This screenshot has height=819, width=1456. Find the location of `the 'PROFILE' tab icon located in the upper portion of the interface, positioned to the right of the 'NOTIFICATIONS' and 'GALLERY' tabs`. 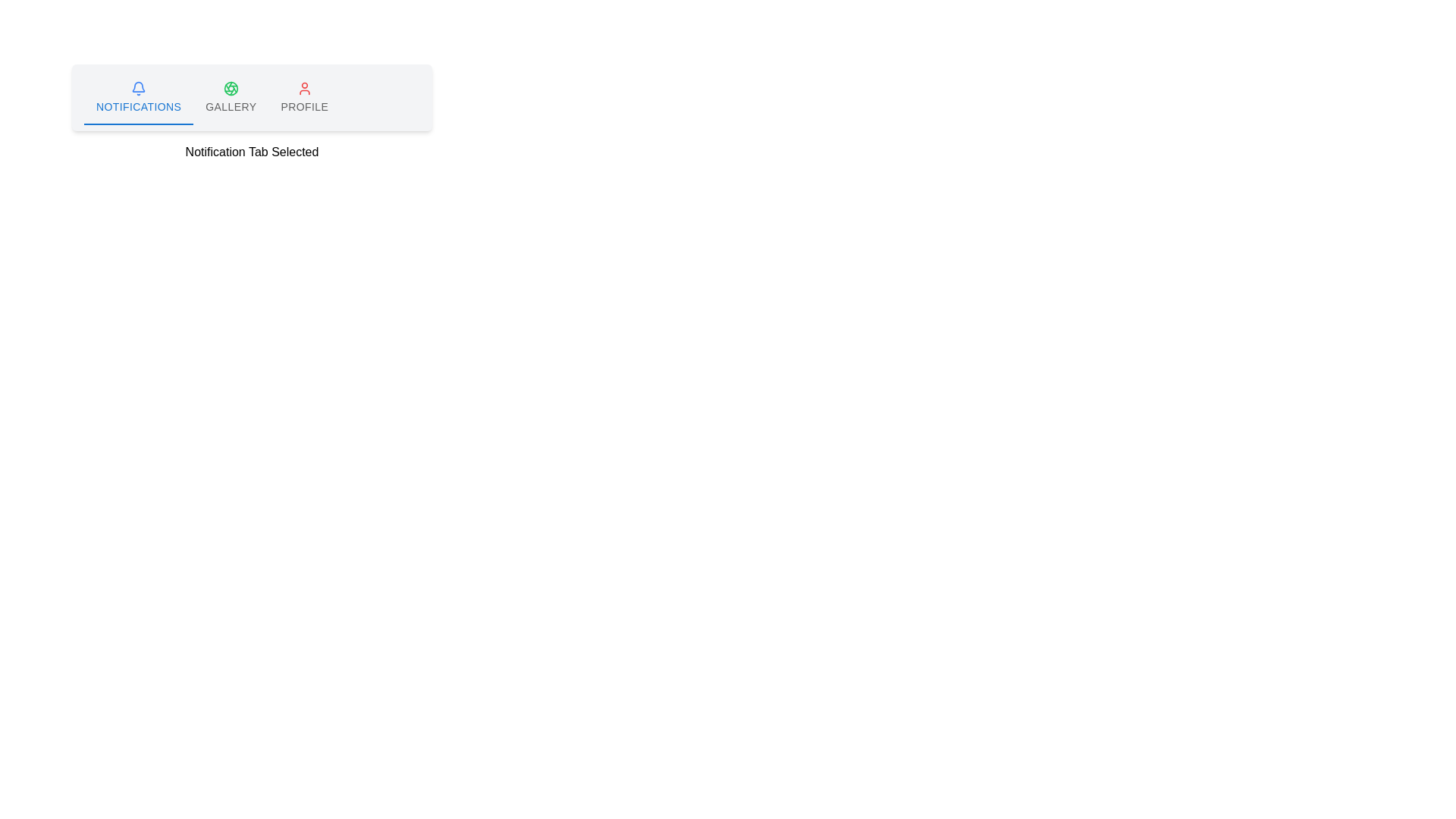

the 'PROFILE' tab icon located in the upper portion of the interface, positioned to the right of the 'NOTIFICATIONS' and 'GALLERY' tabs is located at coordinates (303, 89).